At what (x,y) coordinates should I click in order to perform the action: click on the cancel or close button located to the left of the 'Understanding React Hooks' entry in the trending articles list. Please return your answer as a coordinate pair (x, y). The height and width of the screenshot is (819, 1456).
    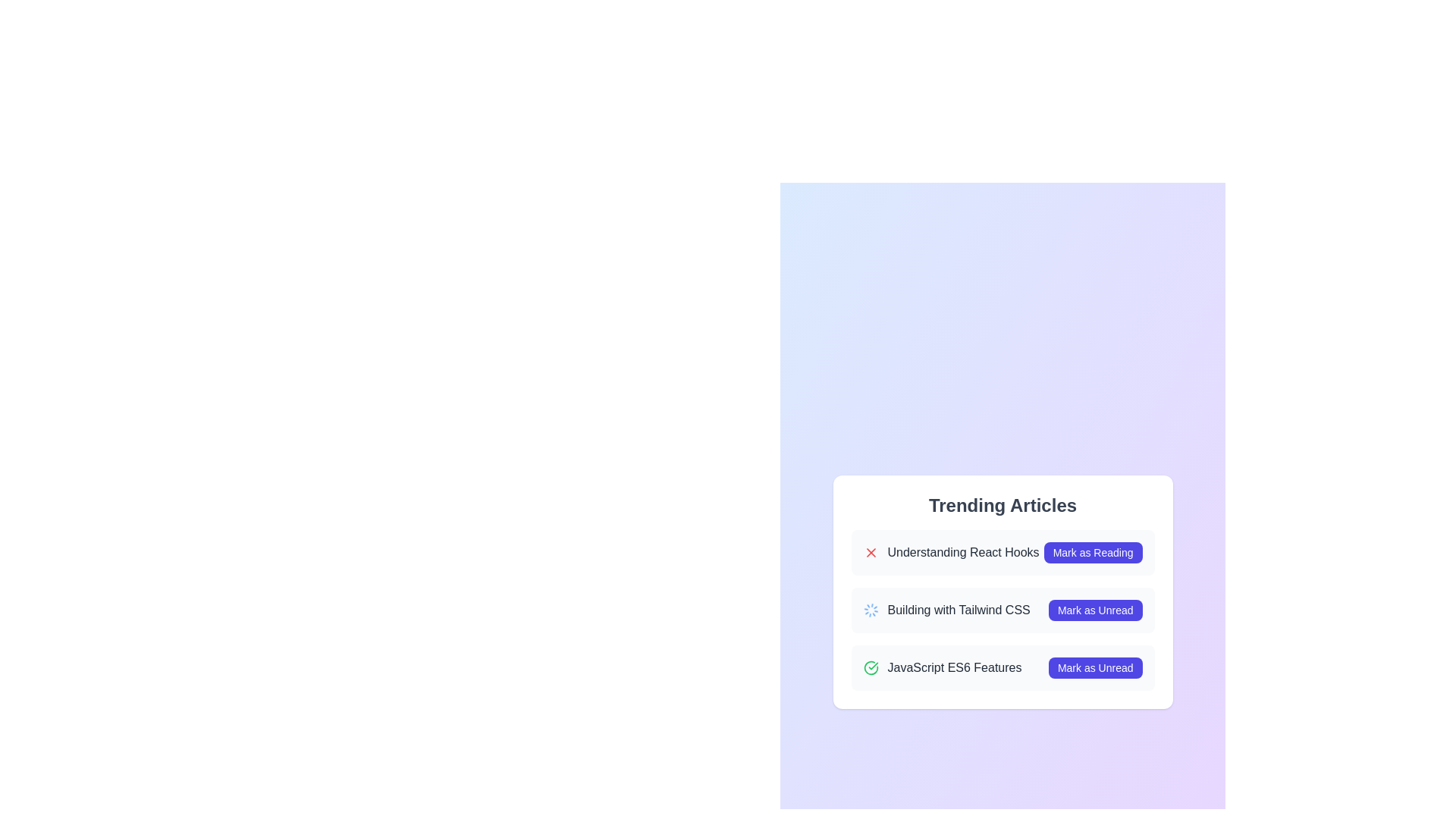
    Looking at the image, I should click on (871, 553).